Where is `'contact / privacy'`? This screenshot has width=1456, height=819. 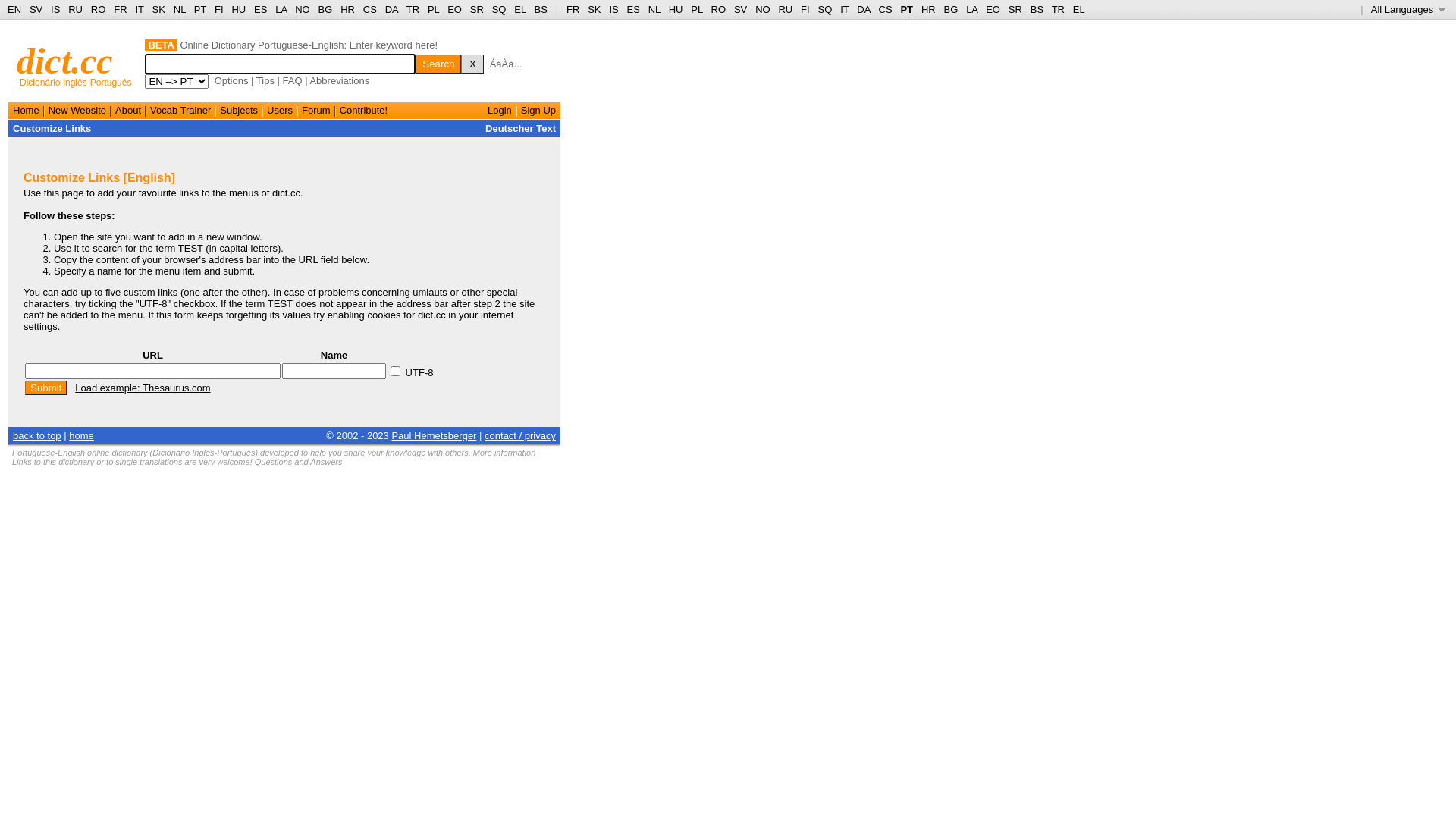 'contact / privacy' is located at coordinates (520, 435).